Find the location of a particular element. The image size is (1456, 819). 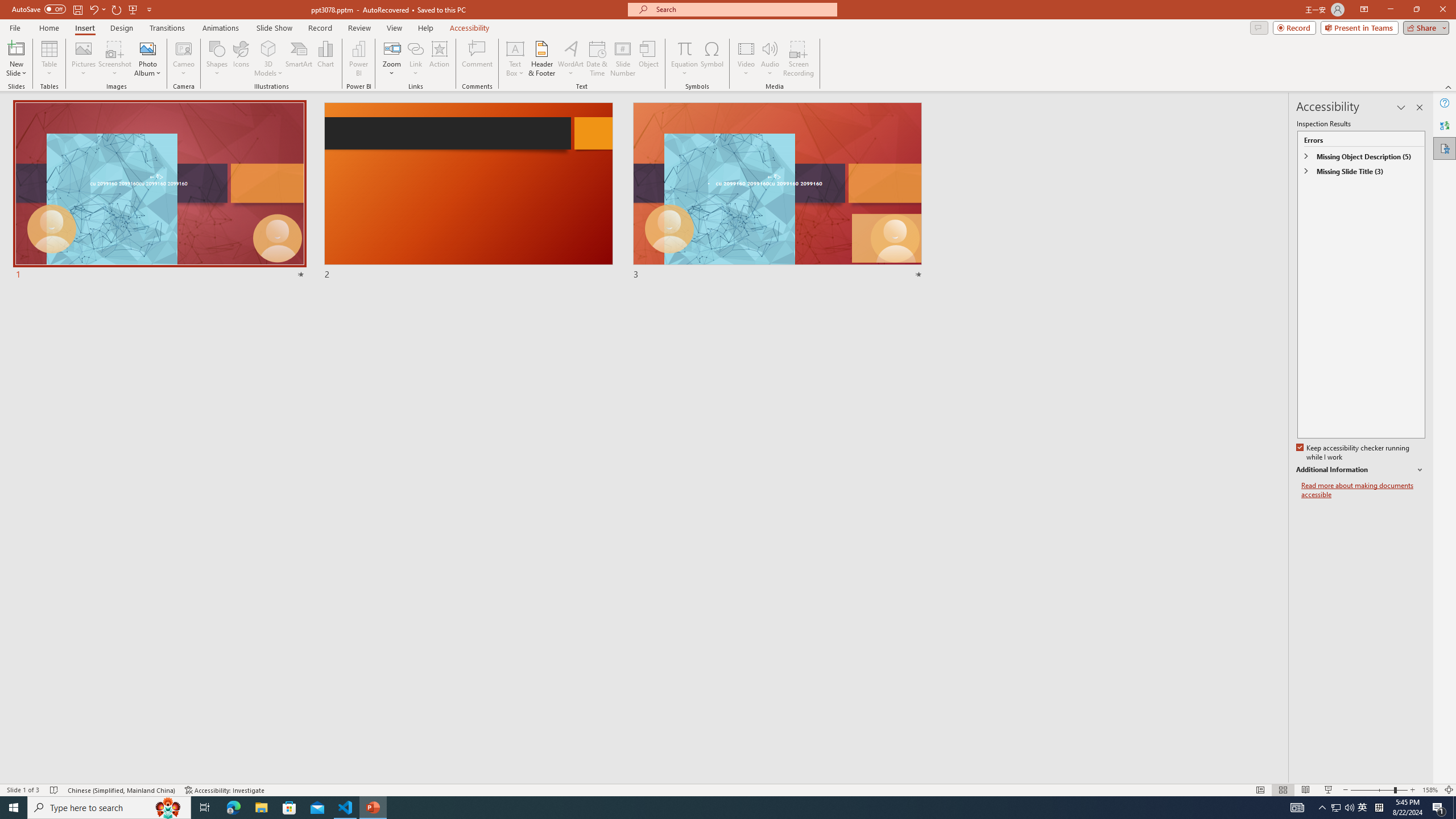

'Equation' is located at coordinates (684, 48).